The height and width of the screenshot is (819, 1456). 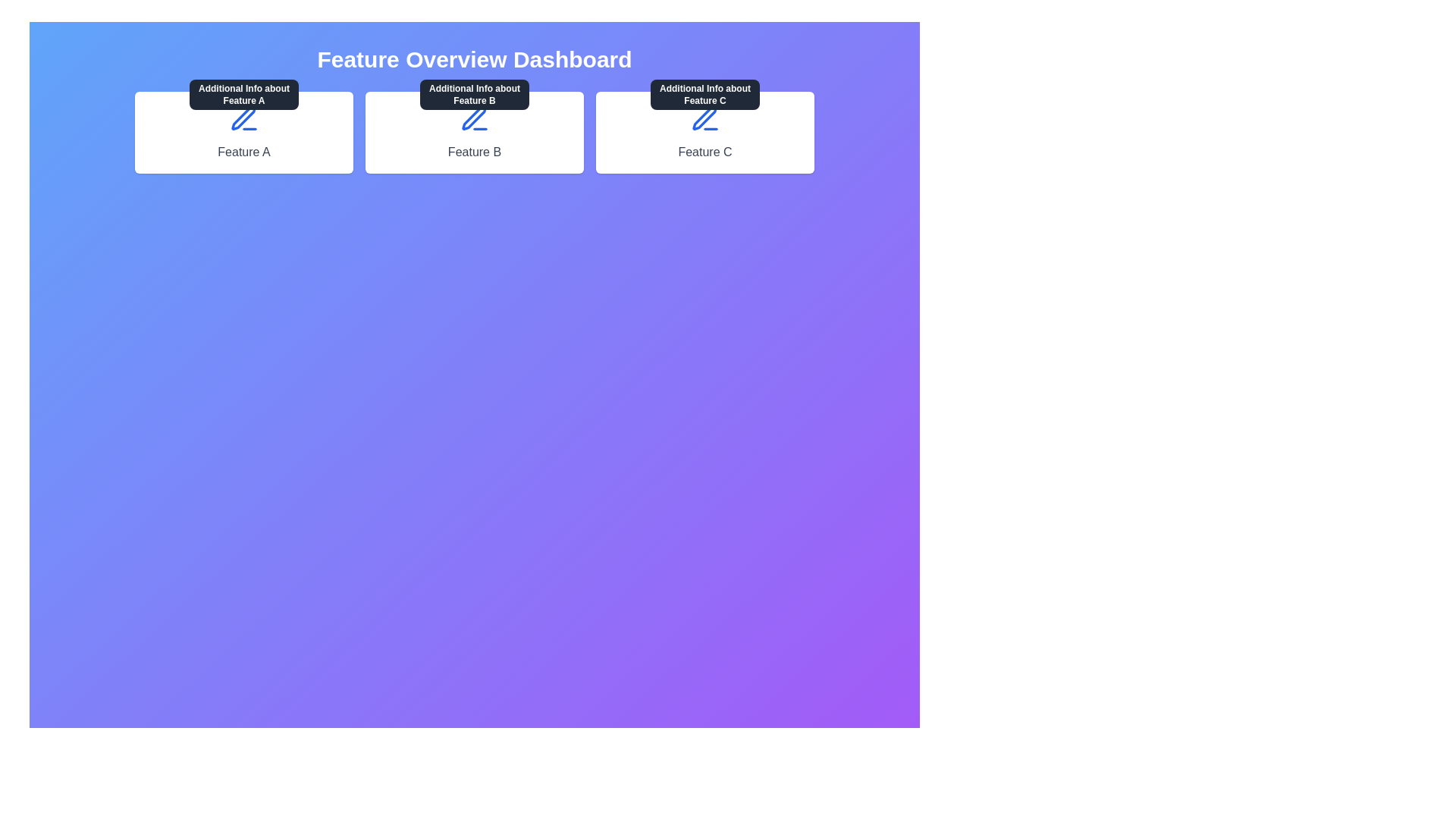 I want to click on the Information card that represents 'Feature B', which is the second item in a three-item grid layout, centrally positioned between 'Feature A' and 'Feature C', so click(x=473, y=131).